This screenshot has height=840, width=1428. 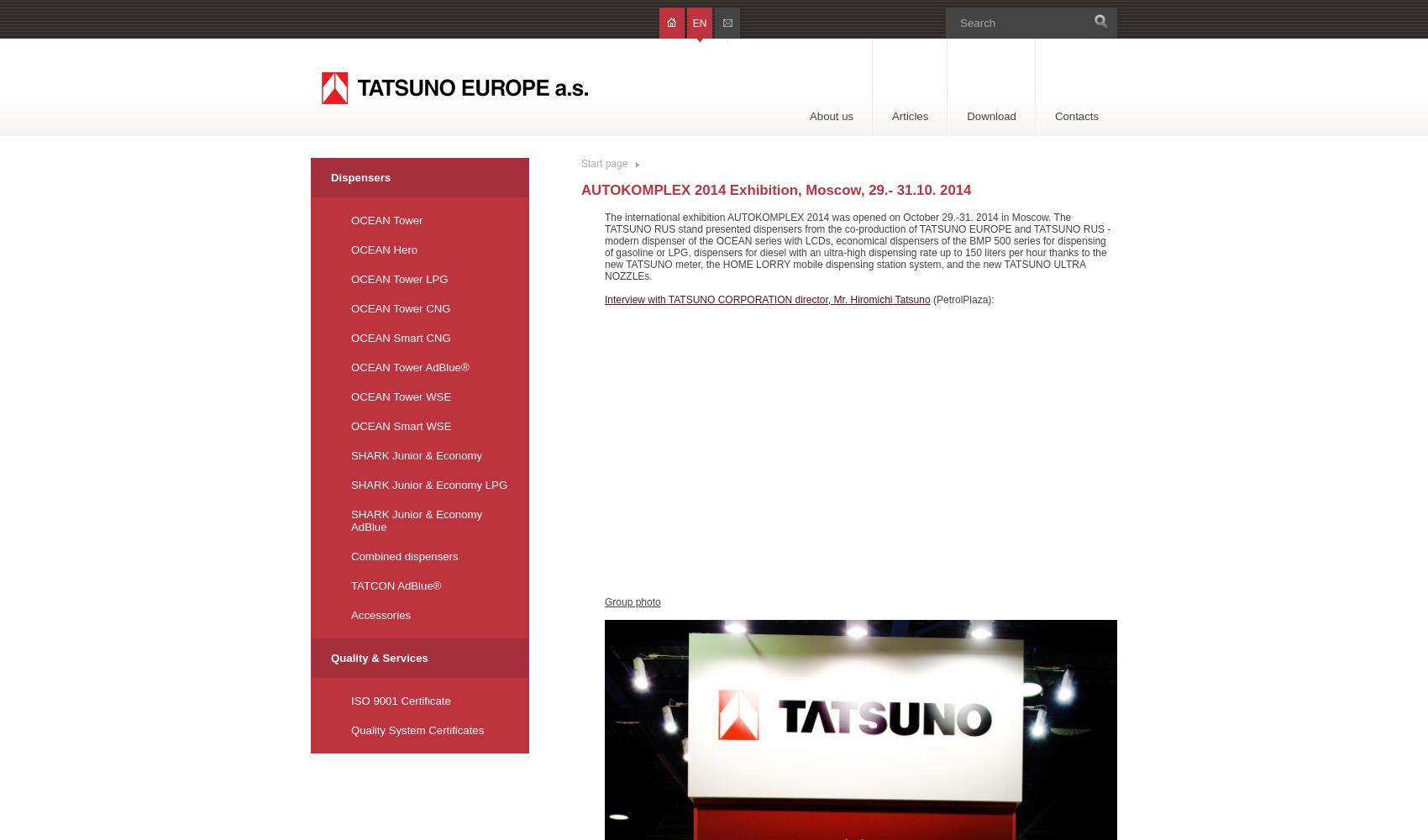 I want to click on 'Interview with TATSUNO CORPORATION director, Mr. Hiromichi Tatsuno', so click(x=767, y=299).